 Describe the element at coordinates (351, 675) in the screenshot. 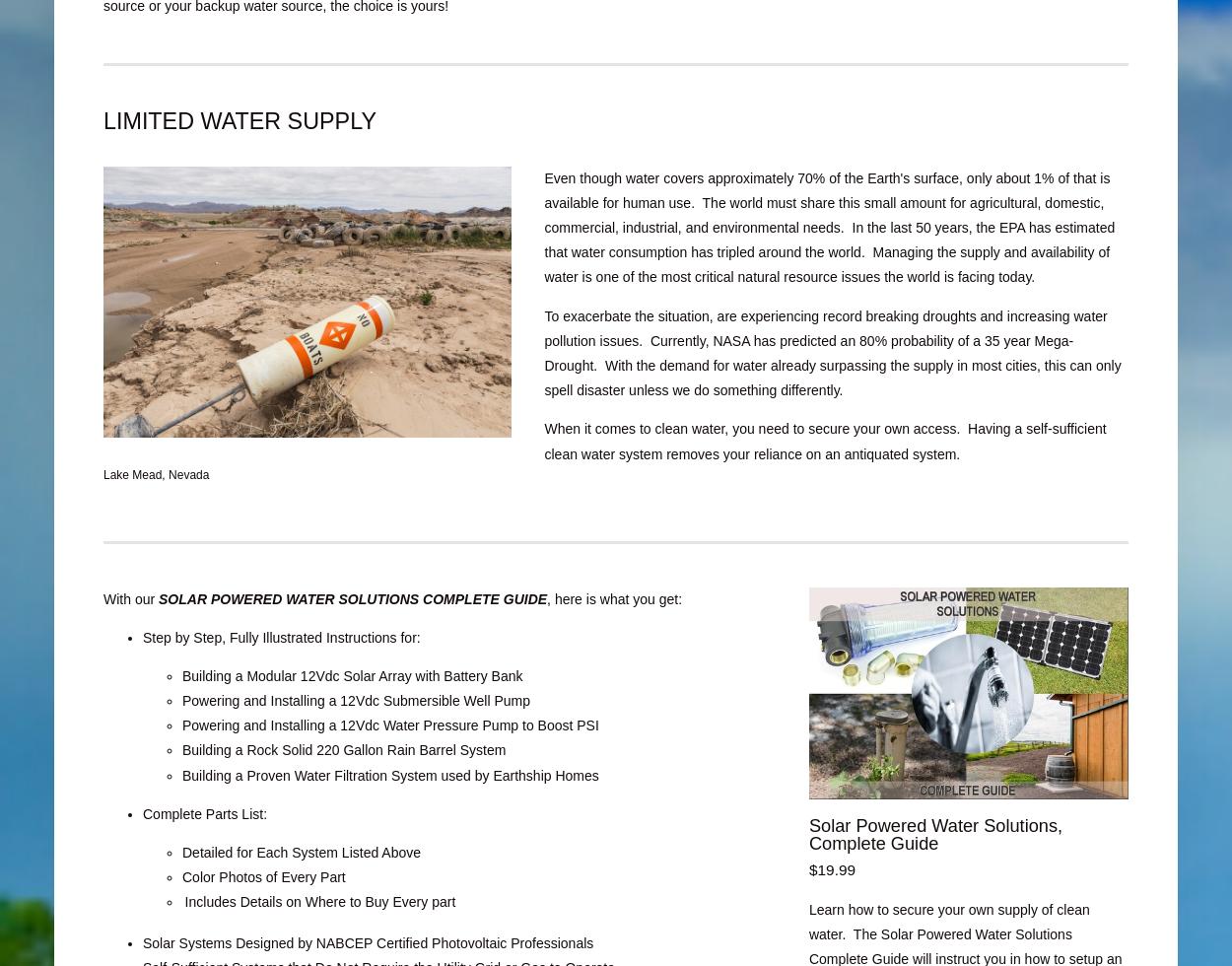

I see `'Building a Modular 12Vdc Solar Array with Battery Bank'` at that location.